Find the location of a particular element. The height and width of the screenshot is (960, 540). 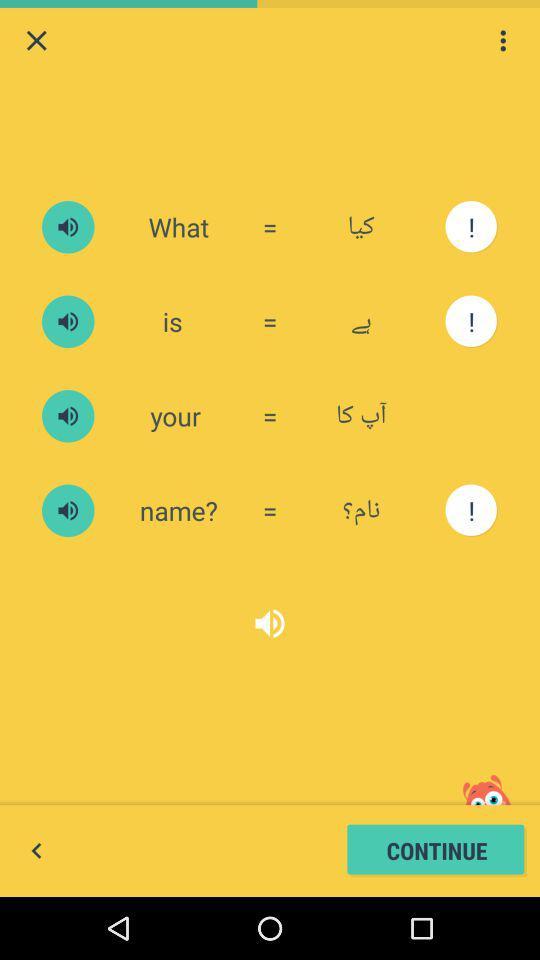

the volume icon is located at coordinates (67, 546).